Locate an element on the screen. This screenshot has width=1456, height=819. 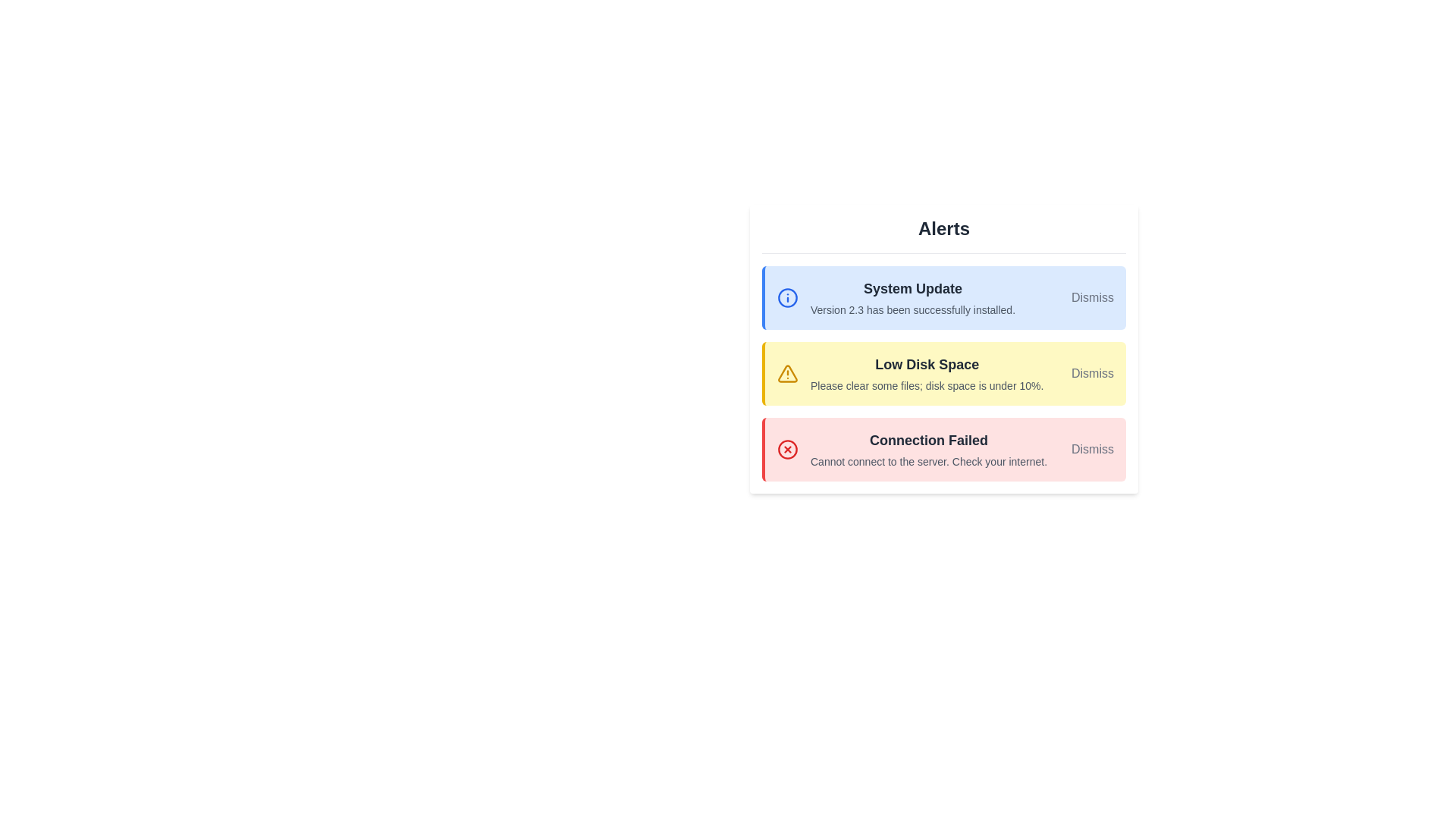
the warning icon associated with the 'Low Disk Space' notification, located near the left edge of the notification is located at coordinates (787, 374).